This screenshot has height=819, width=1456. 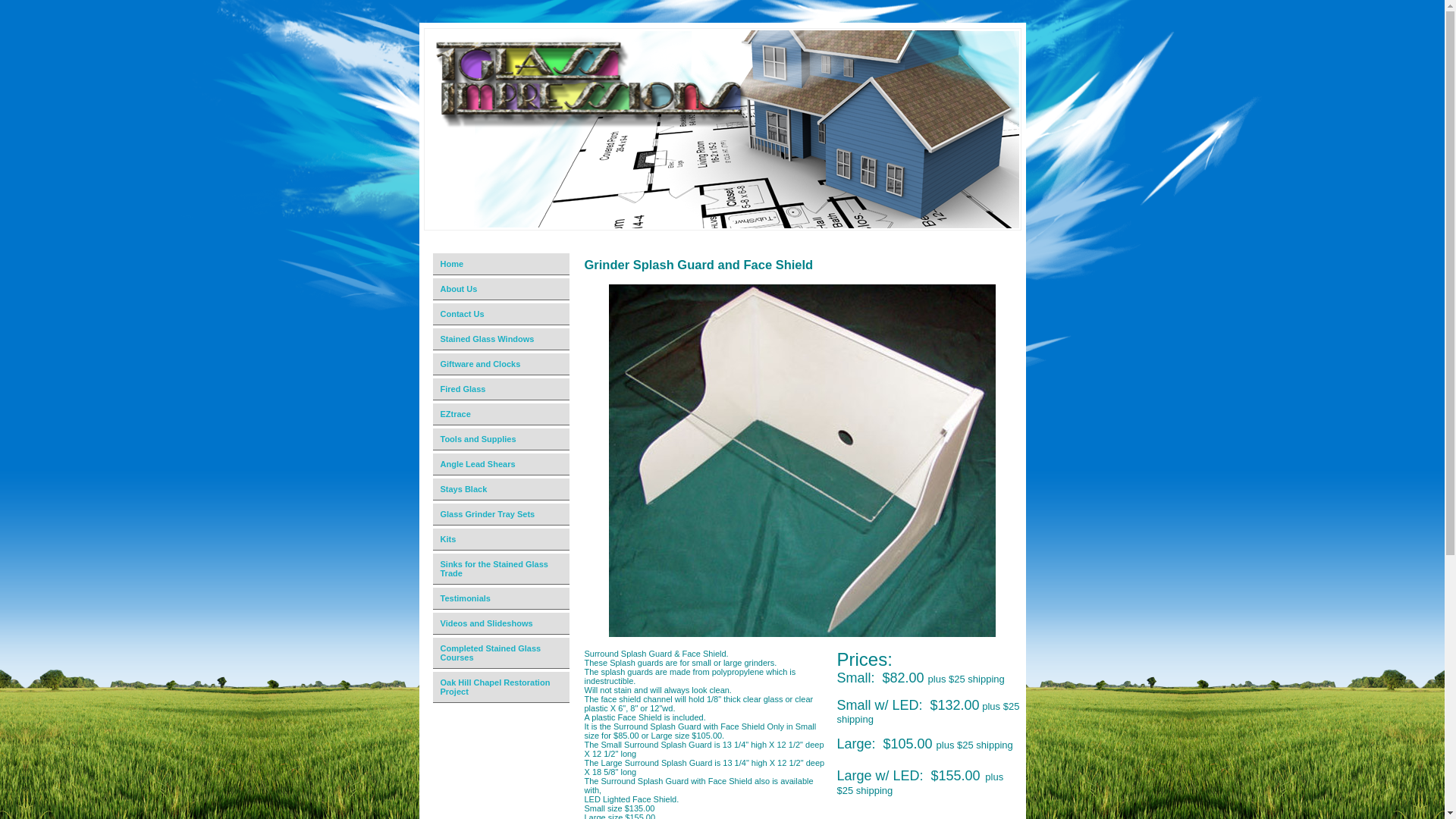 What do you see at coordinates (425, 538) in the screenshot?
I see `'Kits'` at bounding box center [425, 538].